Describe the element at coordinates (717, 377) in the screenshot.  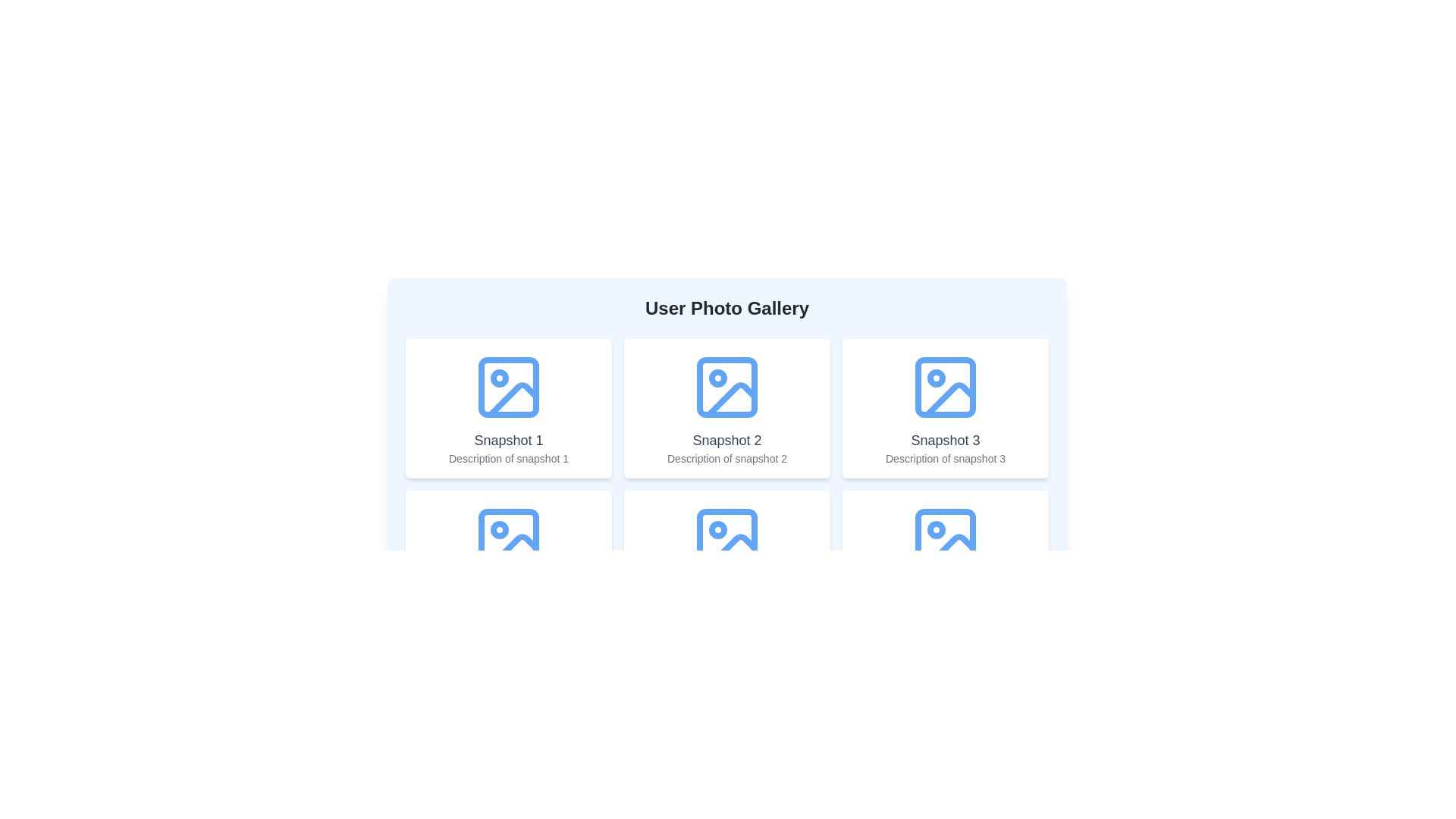
I see `the SVG Circle located at the top-left portion within the second image icon of the first row in the grid layout` at that location.